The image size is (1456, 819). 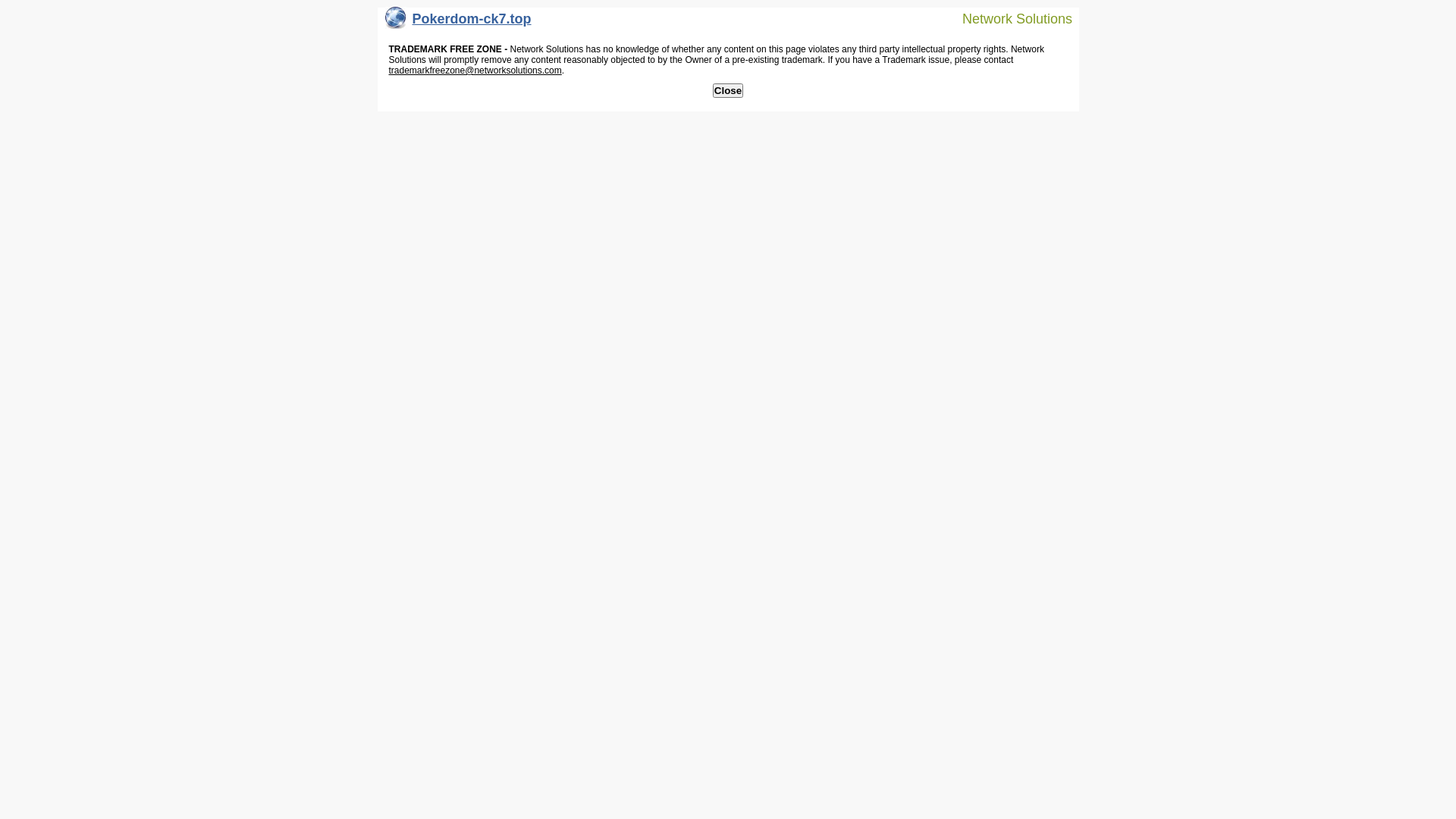 I want to click on 'Network Solutions', so click(x=1008, y=17).